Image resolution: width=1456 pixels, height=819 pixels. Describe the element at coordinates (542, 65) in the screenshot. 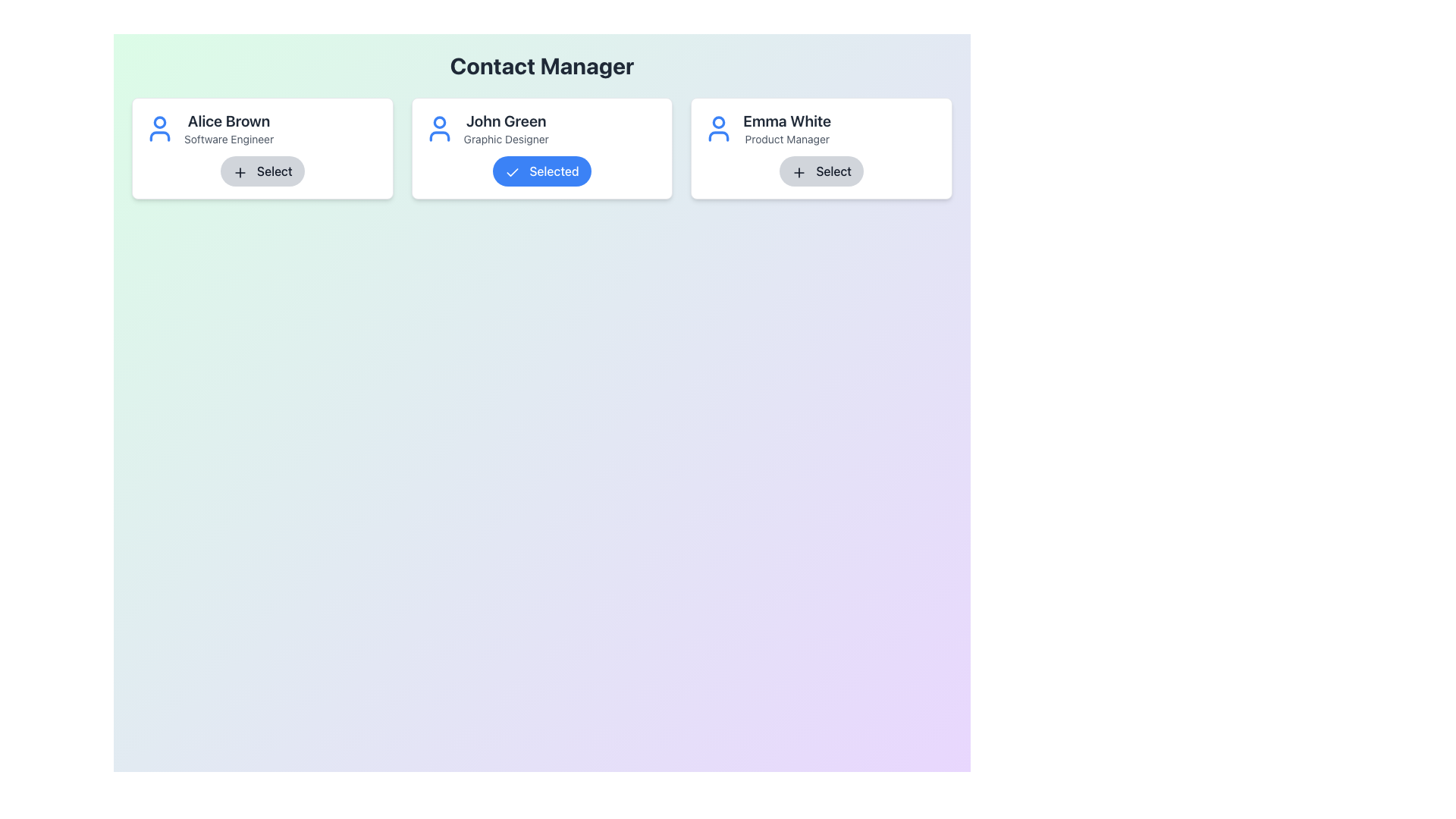

I see `the bold title 'Contact Manager' displayed at the top of the interface, which is centrally positioned above the user profile cards` at that location.